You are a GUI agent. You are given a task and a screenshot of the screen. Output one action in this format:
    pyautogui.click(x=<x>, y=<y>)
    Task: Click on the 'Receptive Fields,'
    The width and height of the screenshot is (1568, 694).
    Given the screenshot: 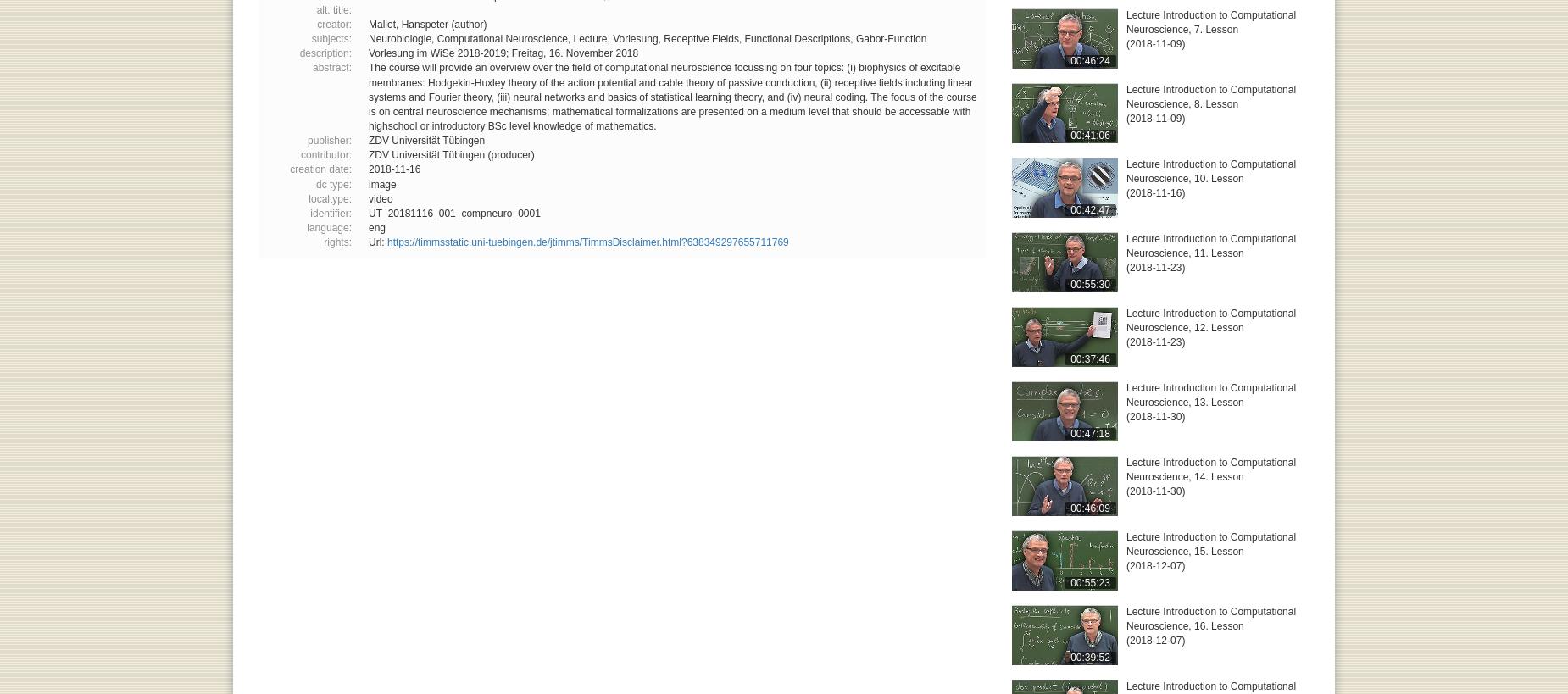 What is the action you would take?
    pyautogui.click(x=703, y=38)
    